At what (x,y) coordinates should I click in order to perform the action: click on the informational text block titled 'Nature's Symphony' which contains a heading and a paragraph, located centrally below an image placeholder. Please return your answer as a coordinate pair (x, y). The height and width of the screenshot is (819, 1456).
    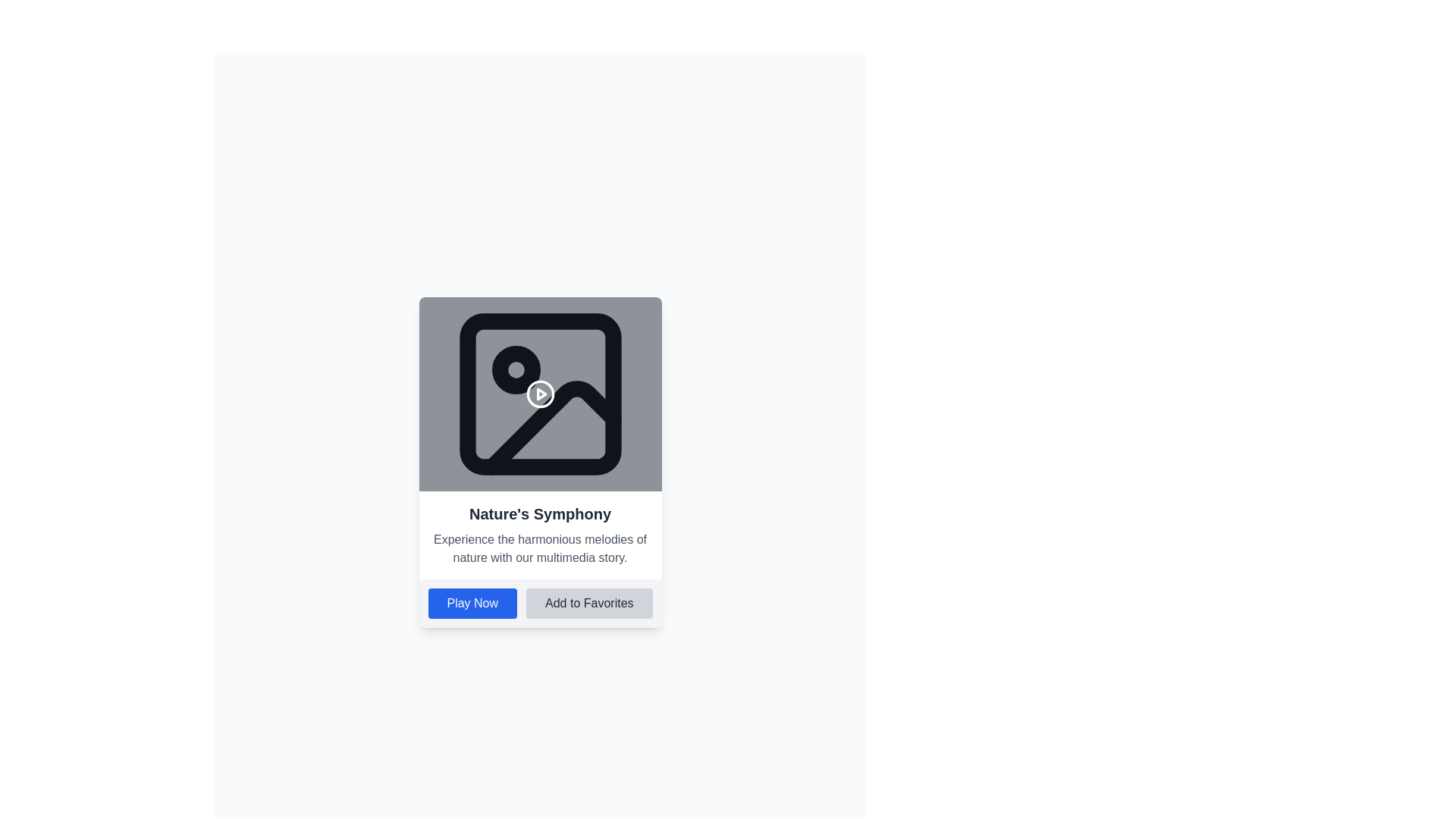
    Looking at the image, I should click on (540, 534).